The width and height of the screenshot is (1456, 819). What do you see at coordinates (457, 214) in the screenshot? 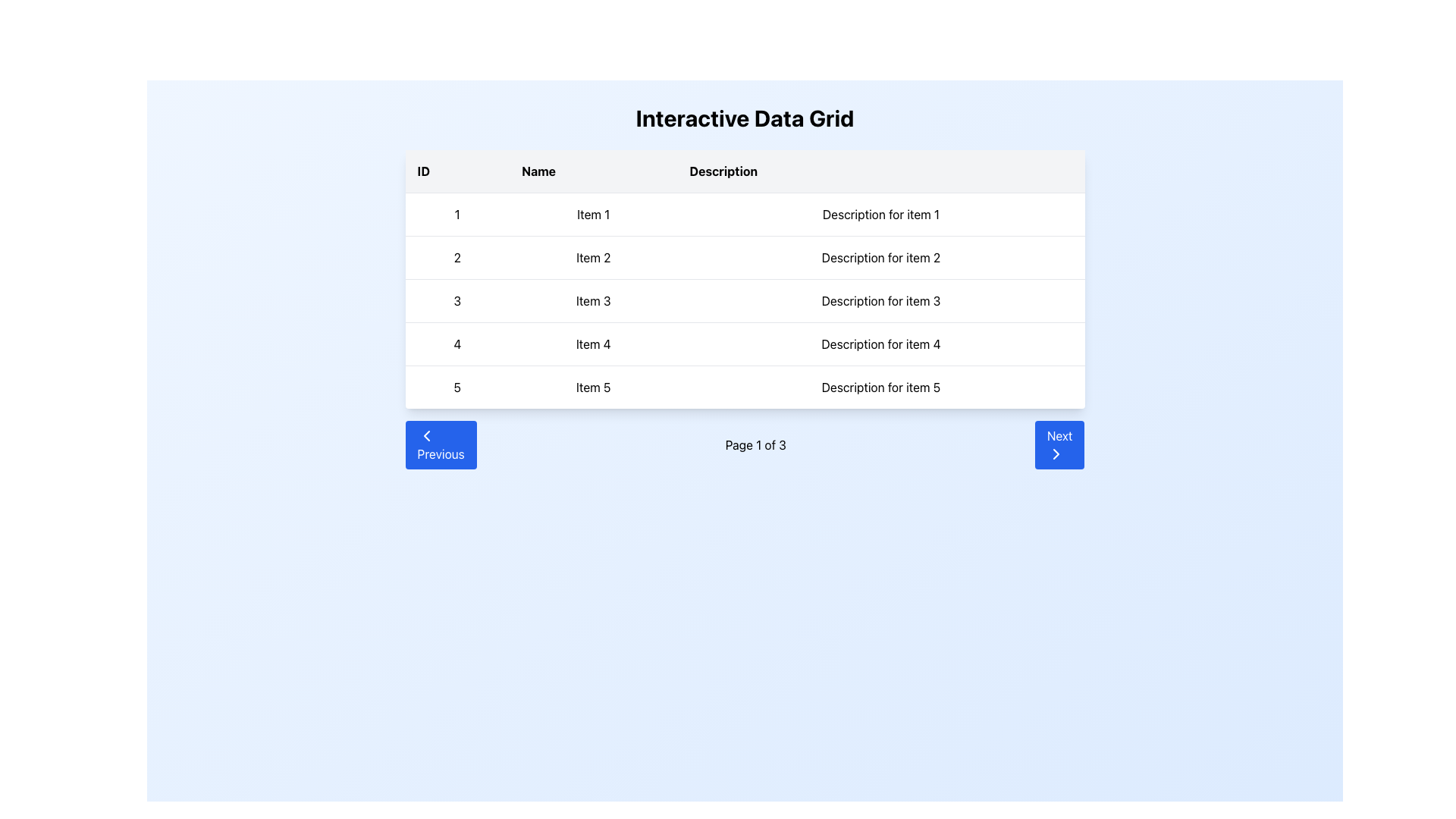
I see `the Text Display element containing the numeric character '1', which is styled in black text on a white background and located in the first row of the grid under the 'ID' column` at bounding box center [457, 214].